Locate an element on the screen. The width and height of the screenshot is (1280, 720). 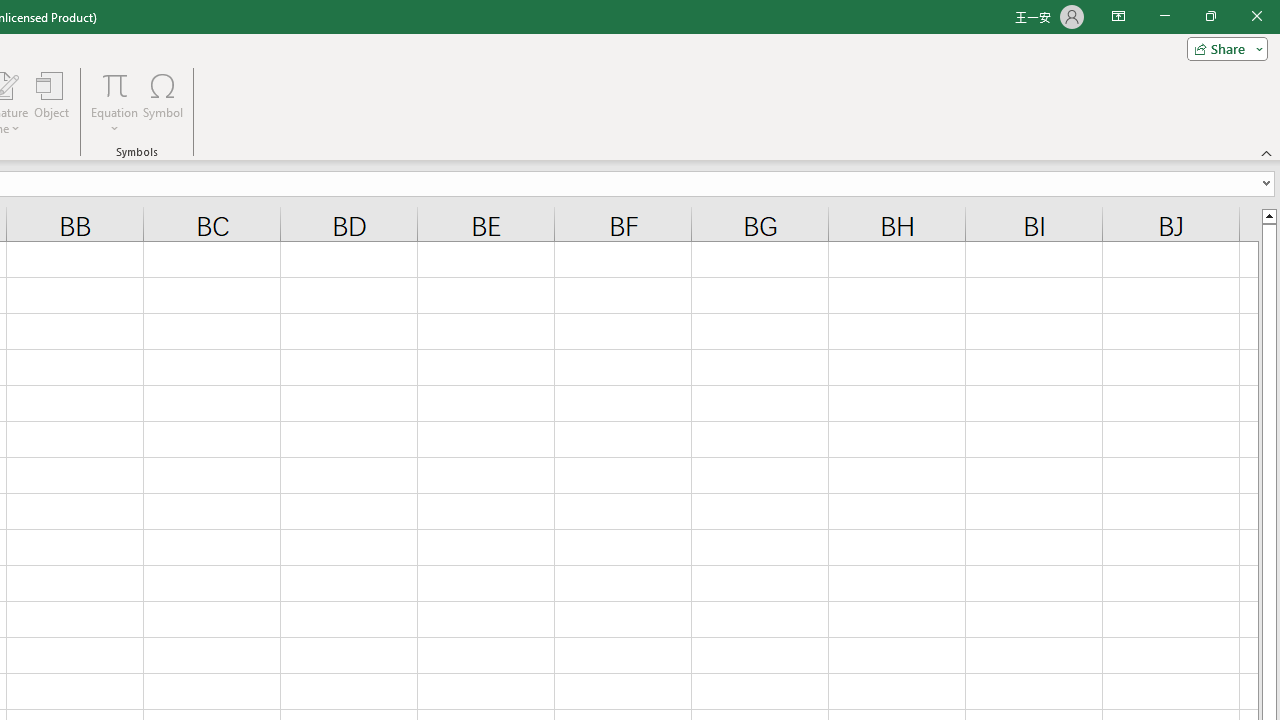
'Collapse the Ribbon' is located at coordinates (1266, 152).